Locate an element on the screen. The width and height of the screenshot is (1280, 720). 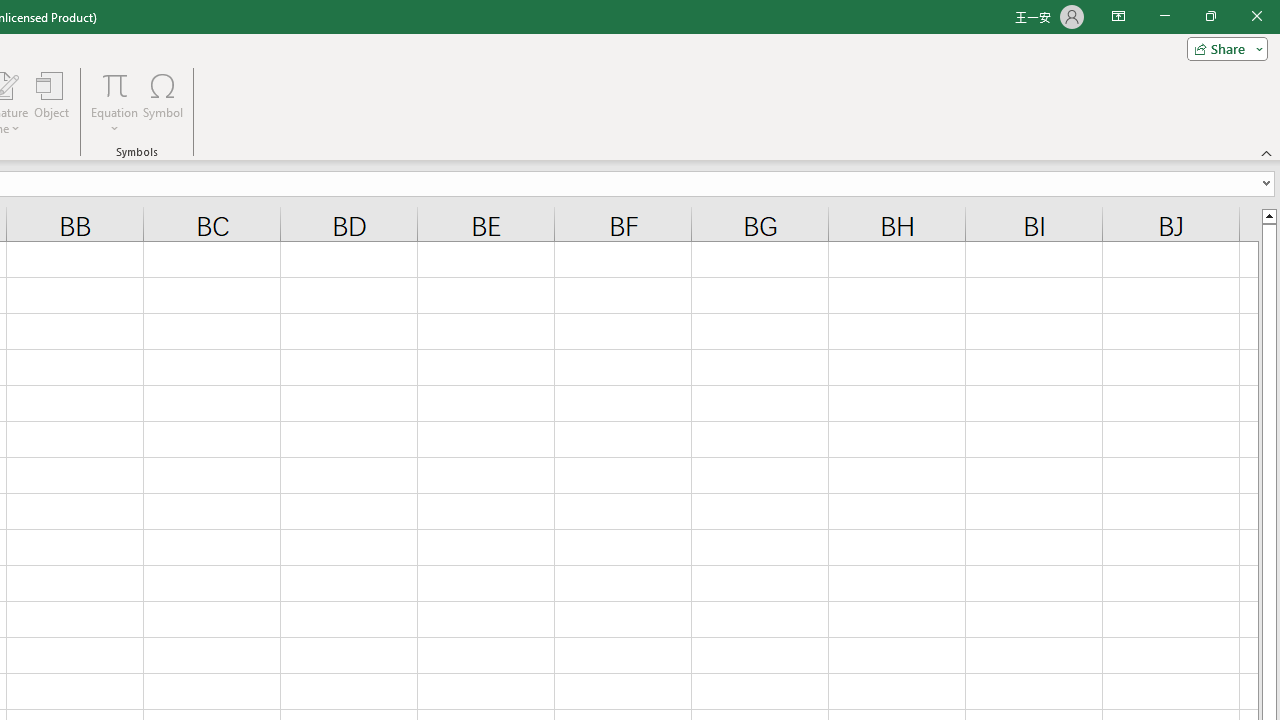
'Collapse the Ribbon' is located at coordinates (1266, 152).